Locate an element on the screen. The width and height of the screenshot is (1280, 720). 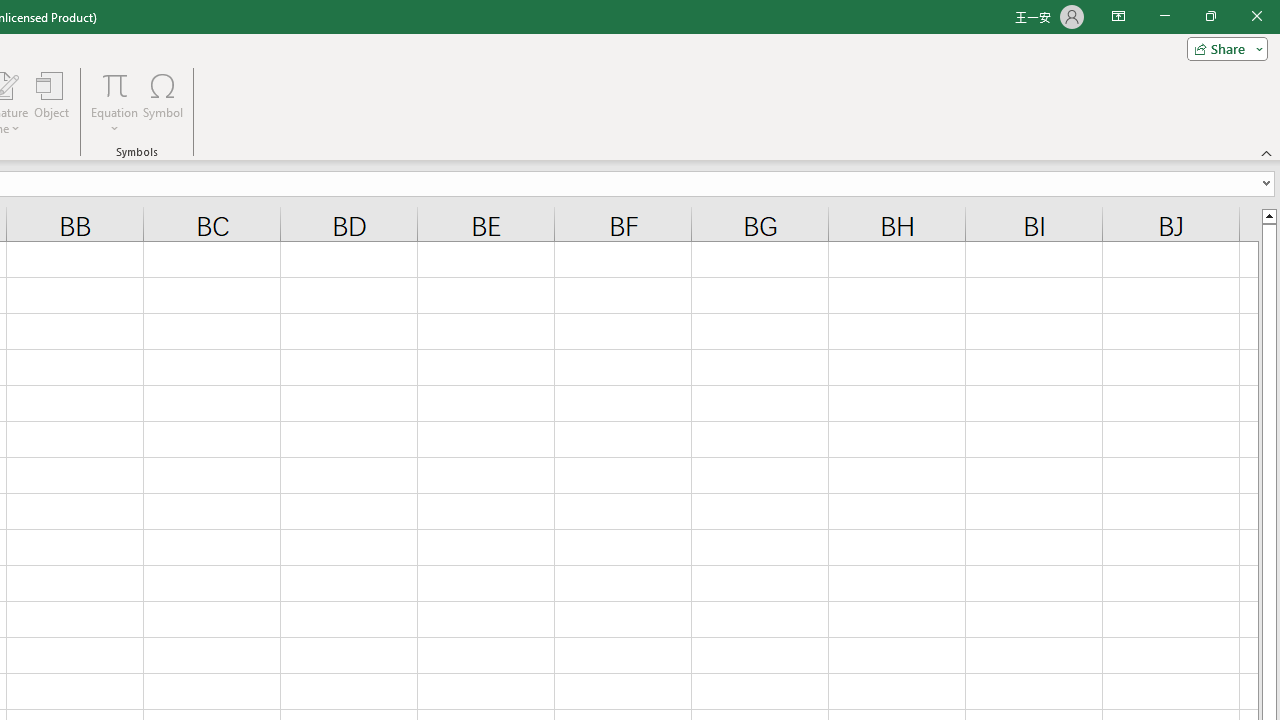
'Collapse the Ribbon' is located at coordinates (1266, 152).